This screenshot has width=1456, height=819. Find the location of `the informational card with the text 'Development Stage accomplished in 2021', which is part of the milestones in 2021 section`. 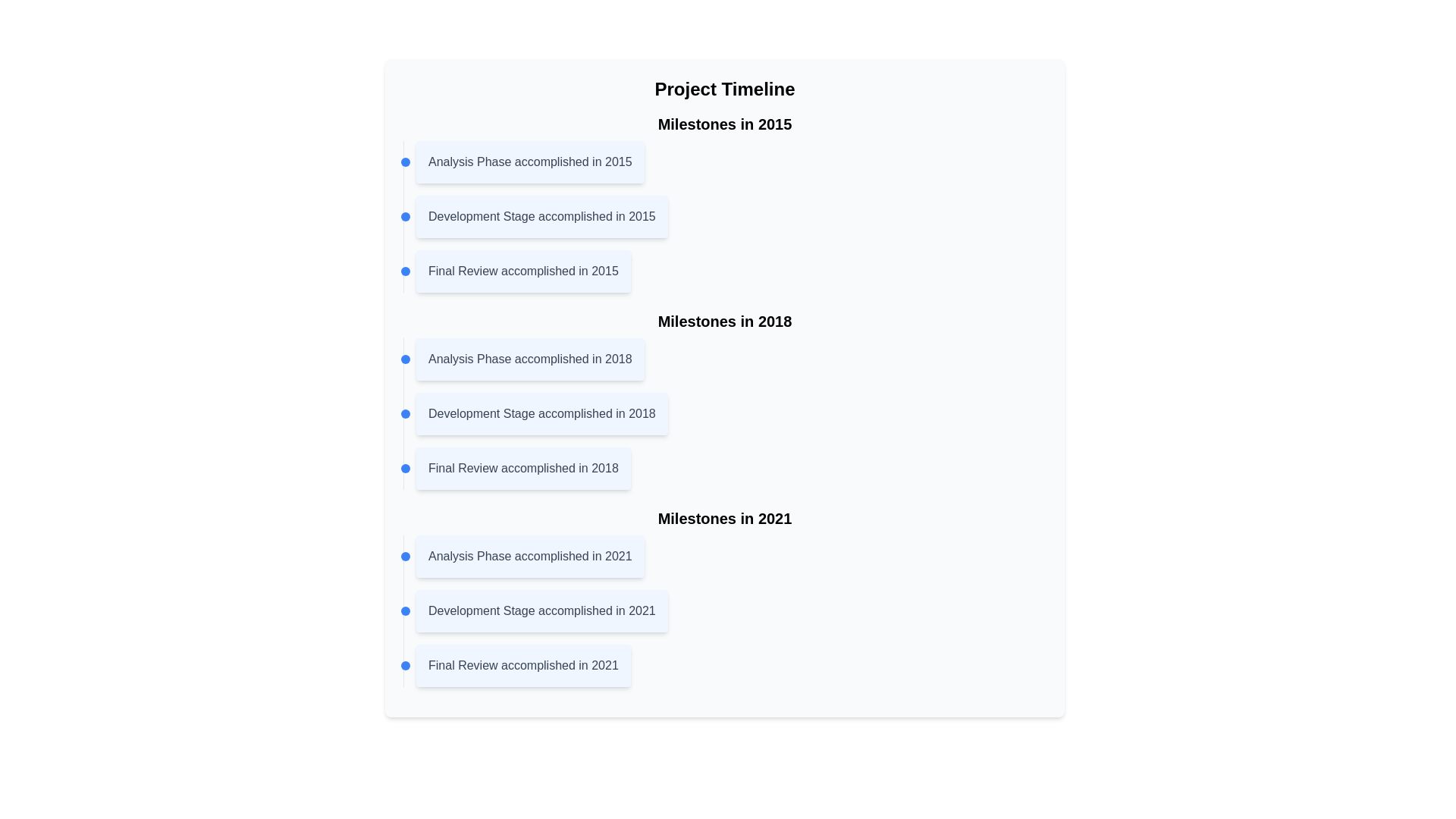

the informational card with the text 'Development Stage accomplished in 2021', which is part of the milestones in 2021 section is located at coordinates (541, 610).